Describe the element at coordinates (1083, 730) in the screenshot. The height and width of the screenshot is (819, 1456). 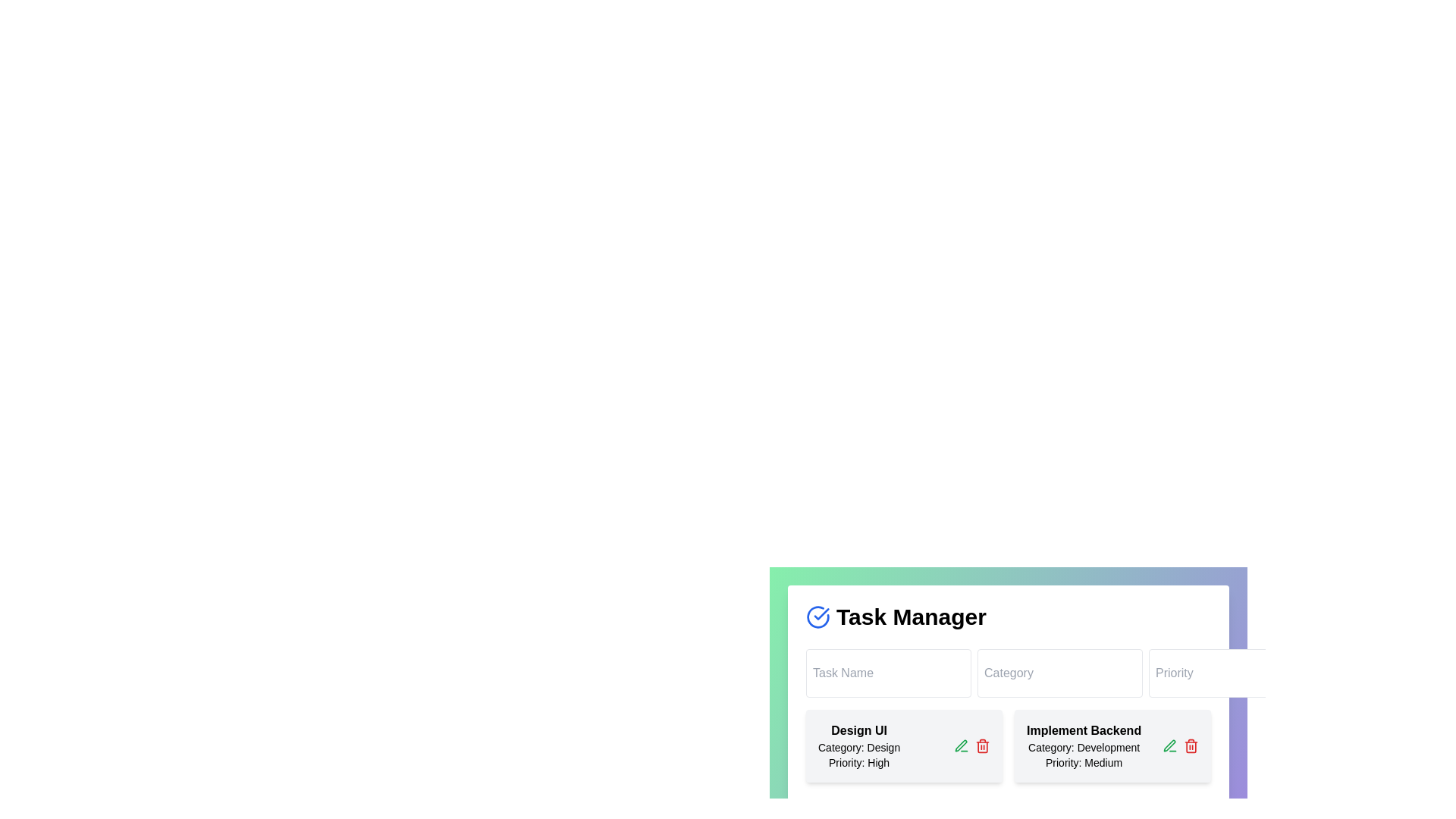
I see `the static text element displaying 'Implement Backend', which is located in the card component under the header 'Task Manager' and is the first text element before 'Category' and 'Priority'` at that location.